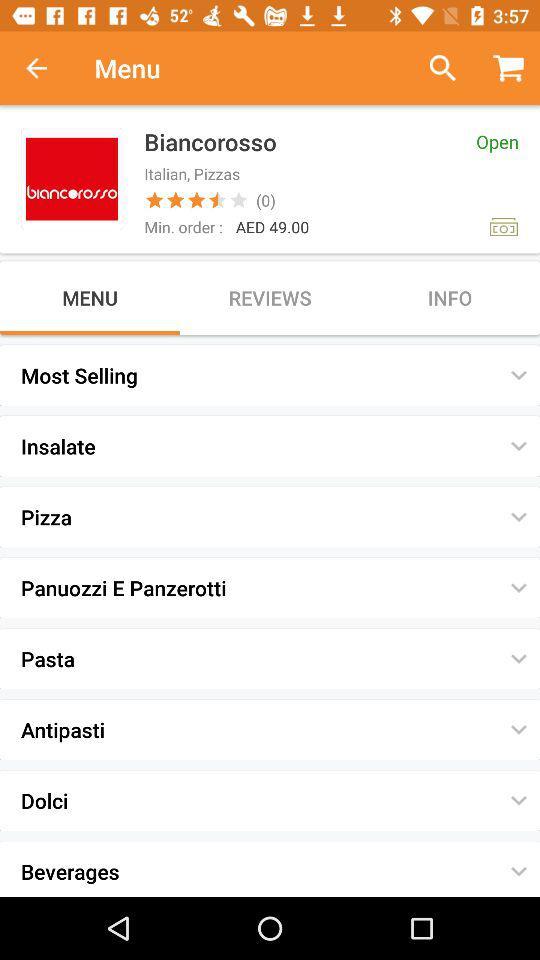 The height and width of the screenshot is (960, 540). Describe the element at coordinates (434, 68) in the screenshot. I see `etc` at that location.